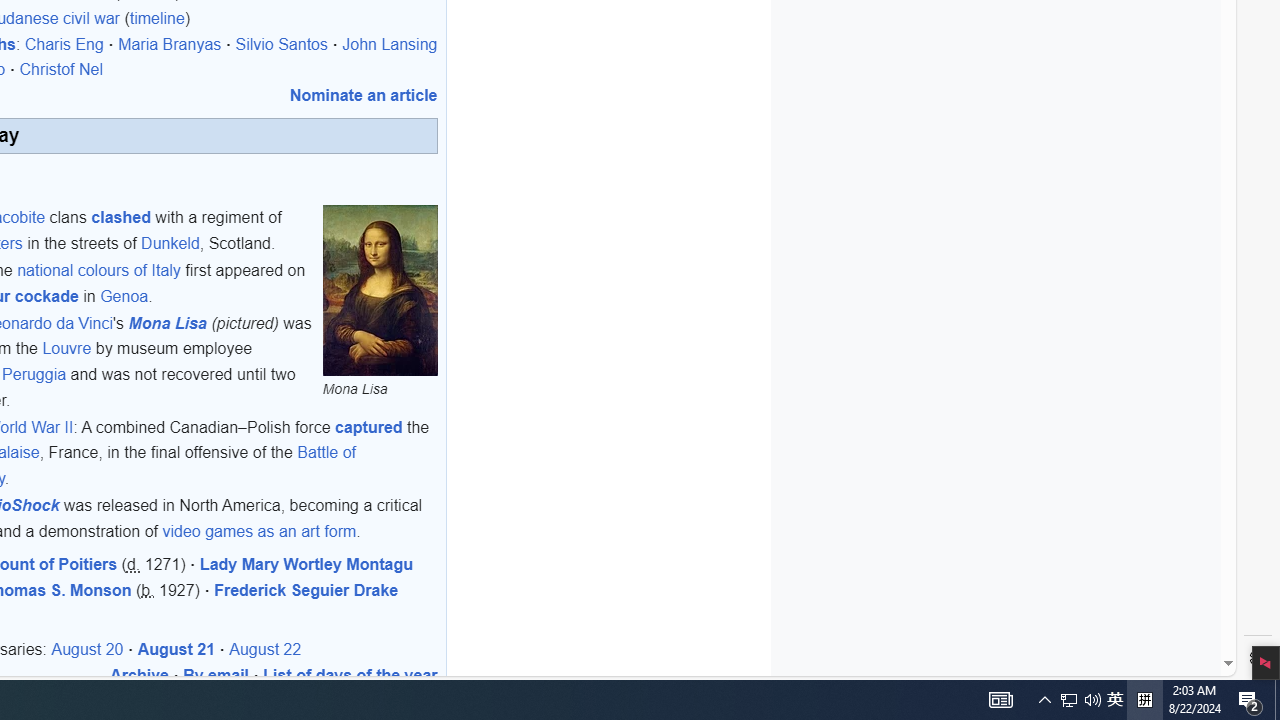  Describe the element at coordinates (169, 44) in the screenshot. I see `'Maria Branyas'` at that location.